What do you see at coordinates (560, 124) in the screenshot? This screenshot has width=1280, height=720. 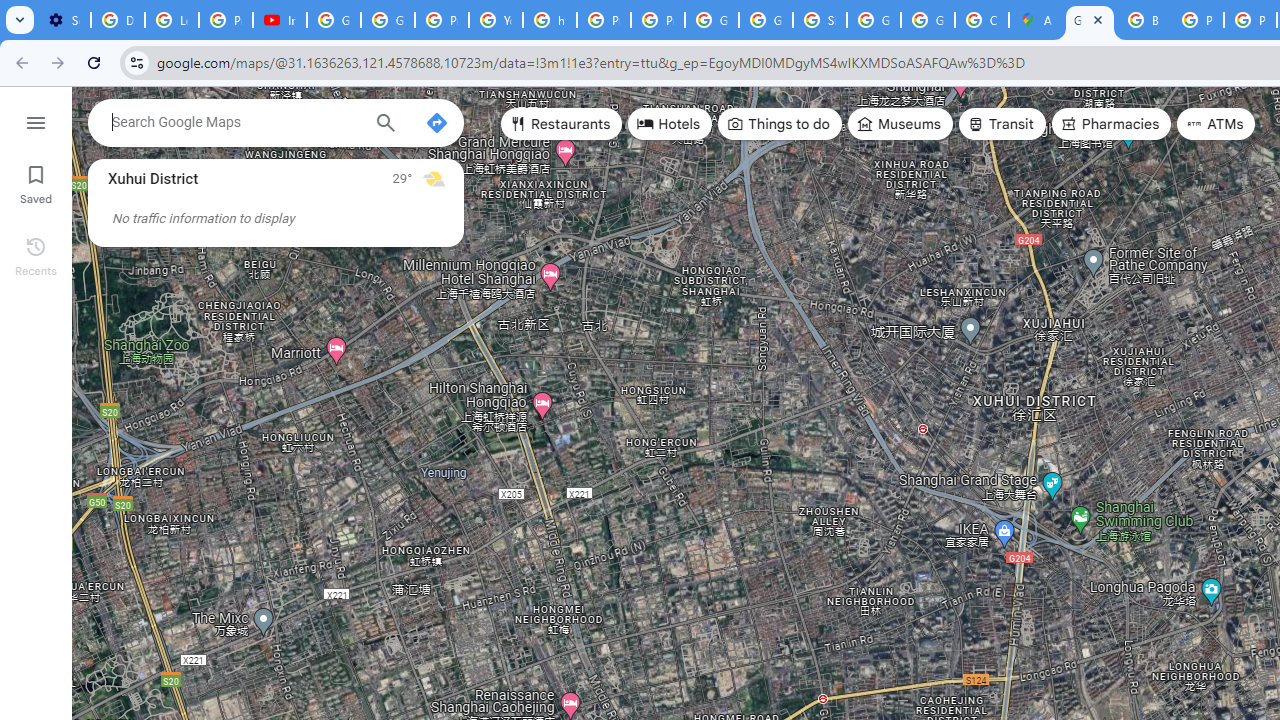 I see `'Restaurants'` at bounding box center [560, 124].